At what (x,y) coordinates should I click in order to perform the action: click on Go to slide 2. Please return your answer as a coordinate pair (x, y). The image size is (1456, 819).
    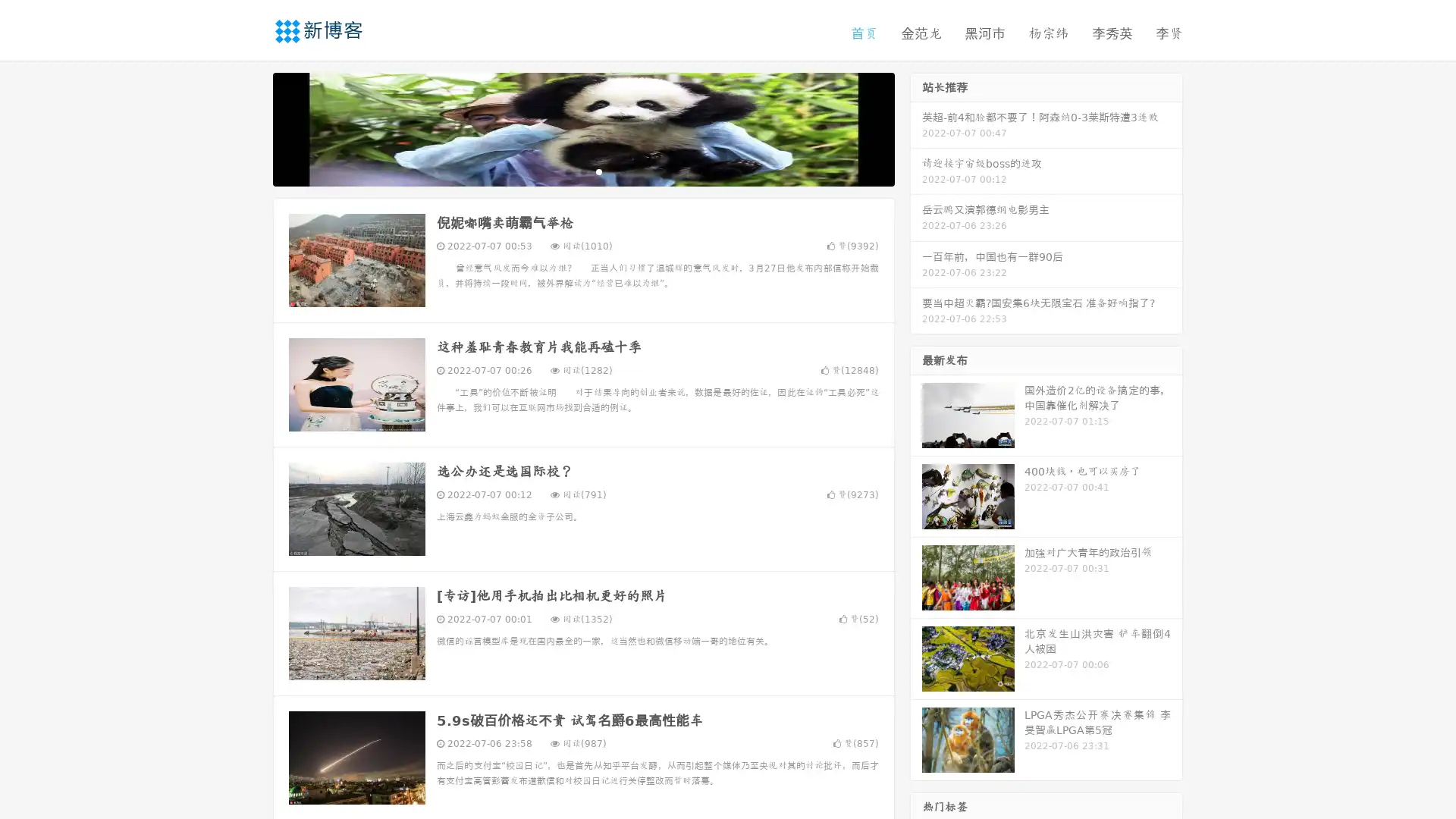
    Looking at the image, I should click on (582, 171).